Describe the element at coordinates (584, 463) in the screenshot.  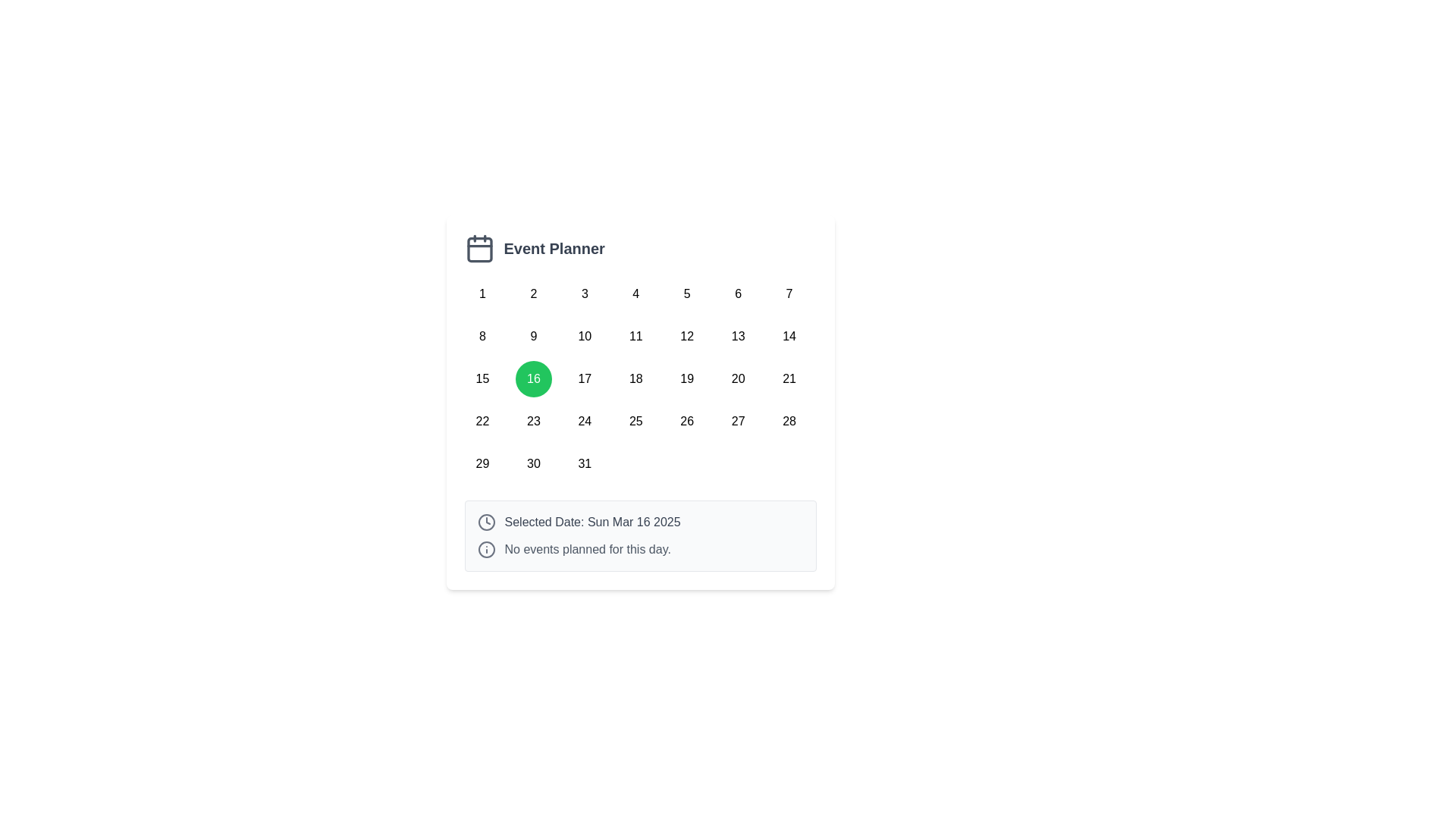
I see `the calendar button representing the 31st date in the bottom-right corner of the grid` at that location.